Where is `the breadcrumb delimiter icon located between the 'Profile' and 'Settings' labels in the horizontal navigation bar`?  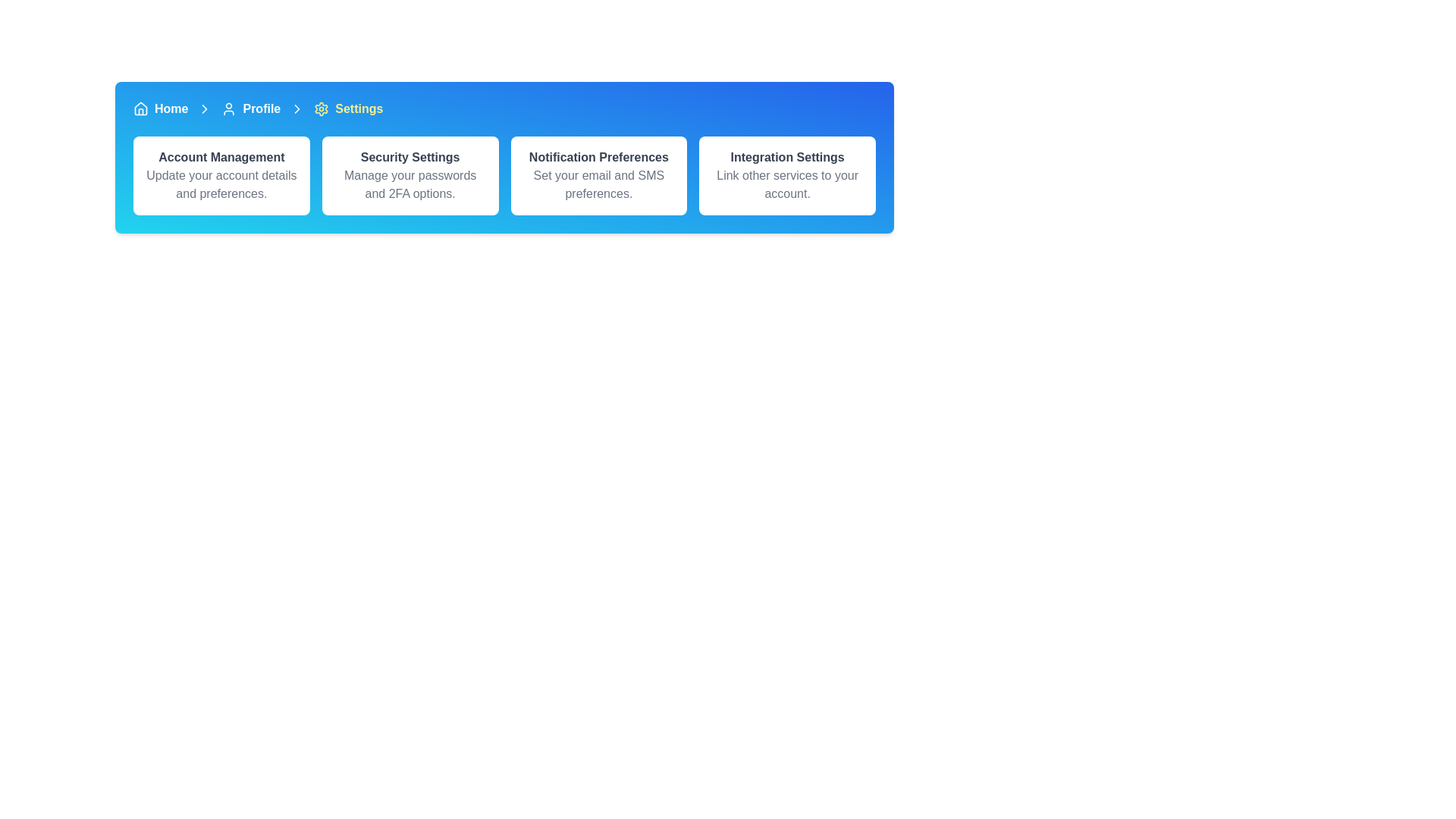
the breadcrumb delimiter icon located between the 'Profile' and 'Settings' labels in the horizontal navigation bar is located at coordinates (297, 108).